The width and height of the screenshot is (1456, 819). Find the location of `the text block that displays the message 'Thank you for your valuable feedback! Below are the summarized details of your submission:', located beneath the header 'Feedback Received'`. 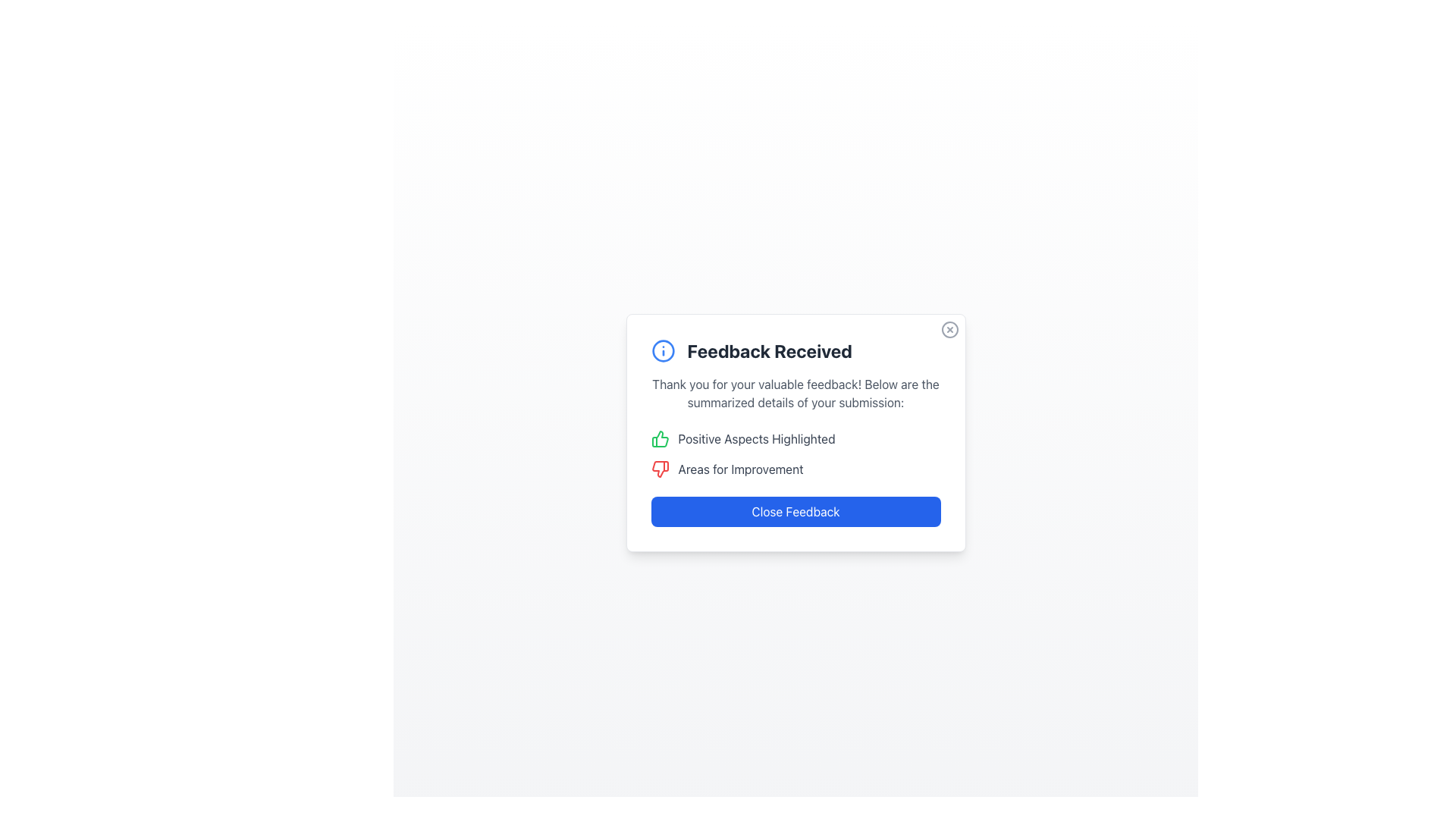

the text block that displays the message 'Thank you for your valuable feedback! Below are the summarized details of your submission:', located beneath the header 'Feedback Received' is located at coordinates (795, 393).